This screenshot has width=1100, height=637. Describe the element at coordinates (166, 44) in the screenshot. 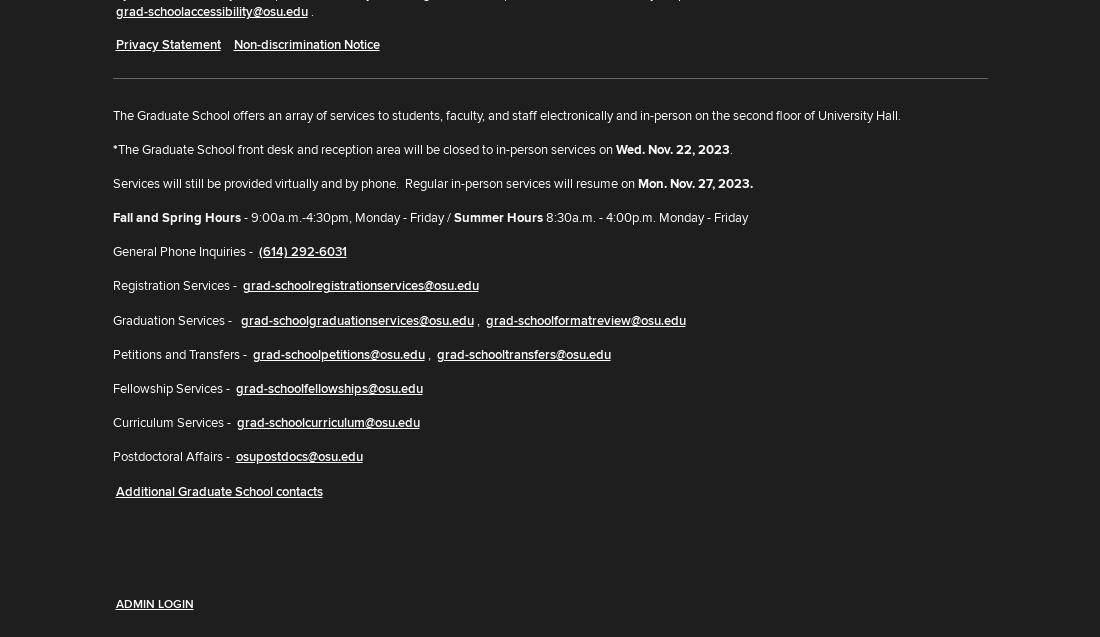

I see `'Privacy Statement'` at that location.